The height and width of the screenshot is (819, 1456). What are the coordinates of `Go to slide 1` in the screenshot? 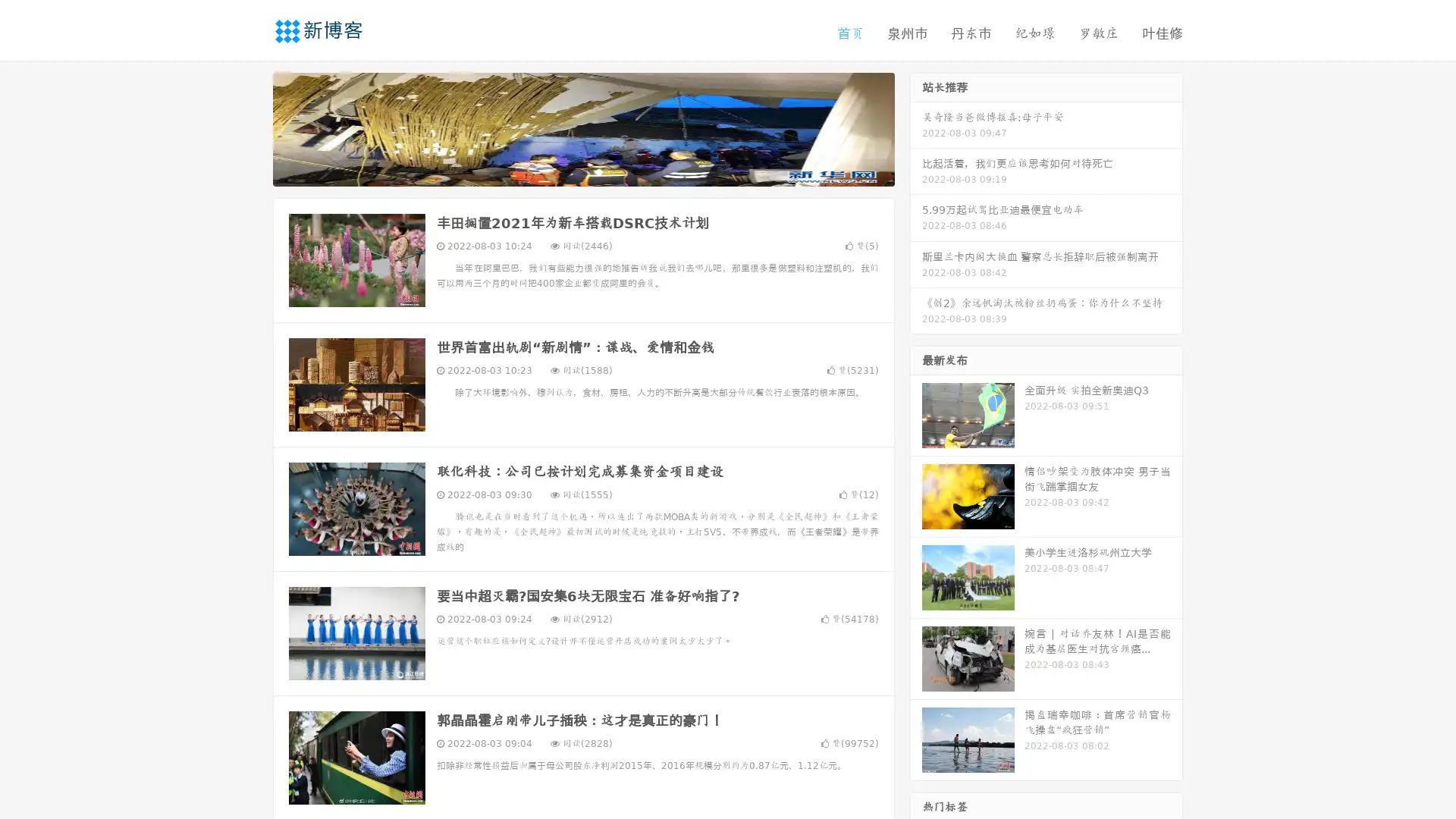 It's located at (567, 171).